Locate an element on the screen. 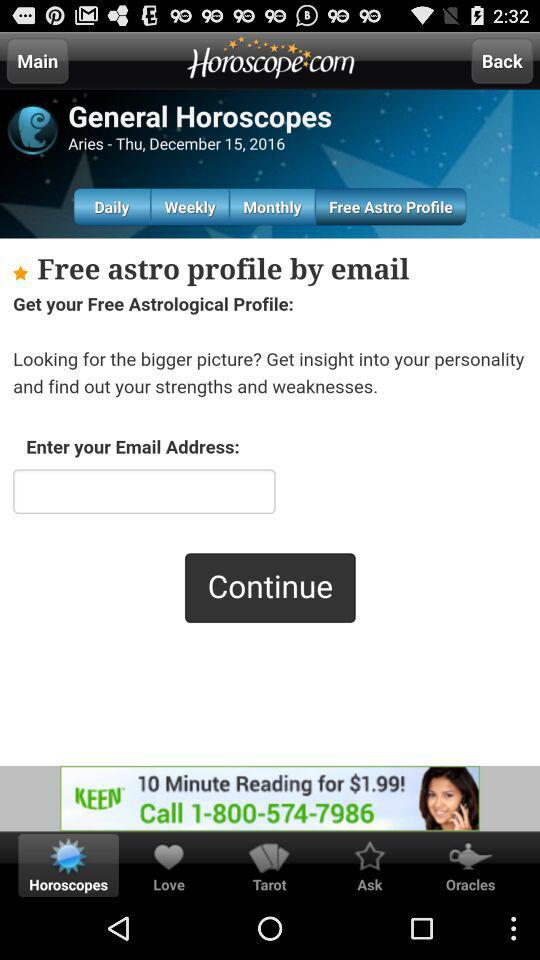  second icon from the bottom left of the screen is located at coordinates (168, 855).